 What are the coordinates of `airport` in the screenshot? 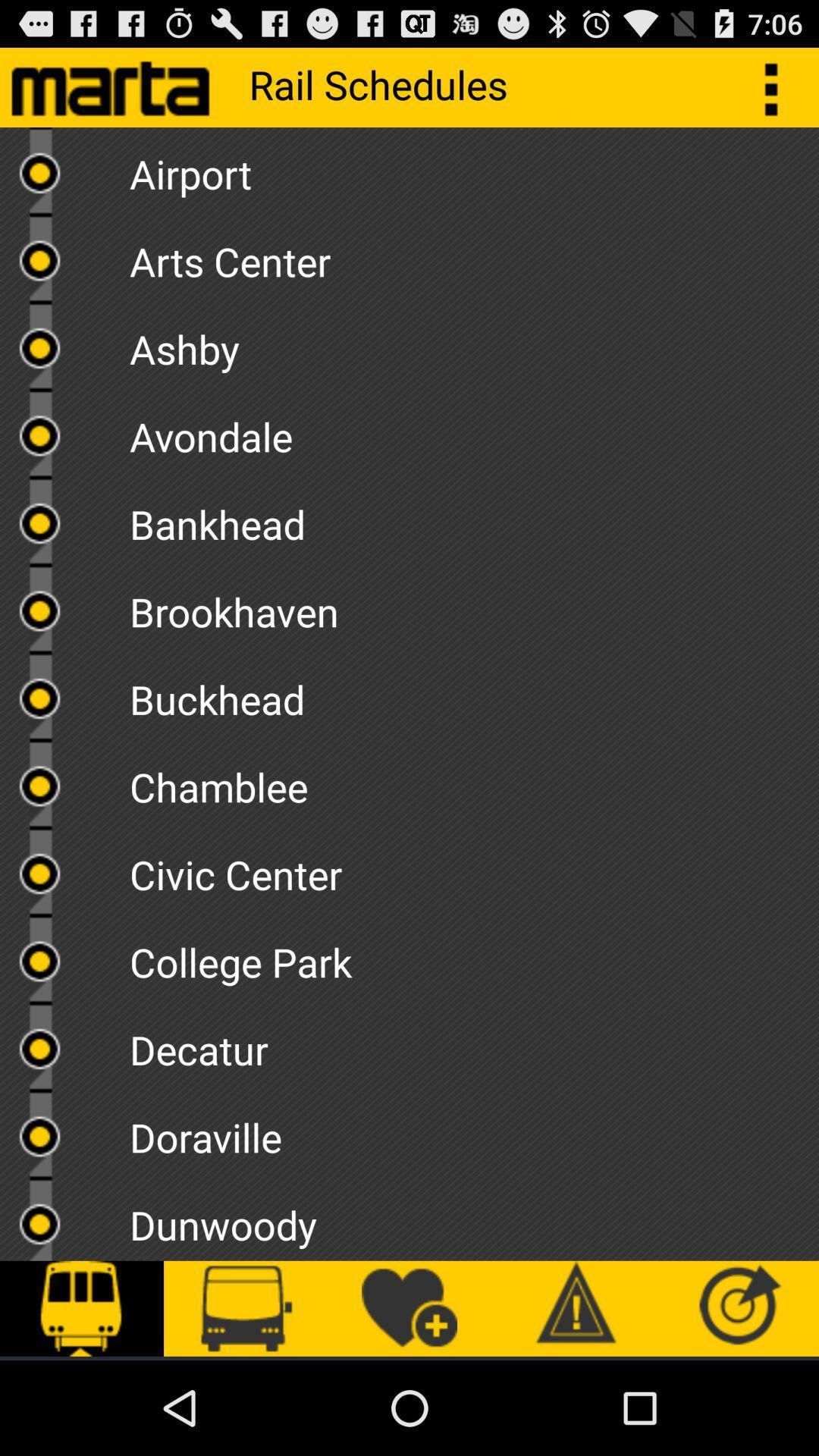 It's located at (473, 168).